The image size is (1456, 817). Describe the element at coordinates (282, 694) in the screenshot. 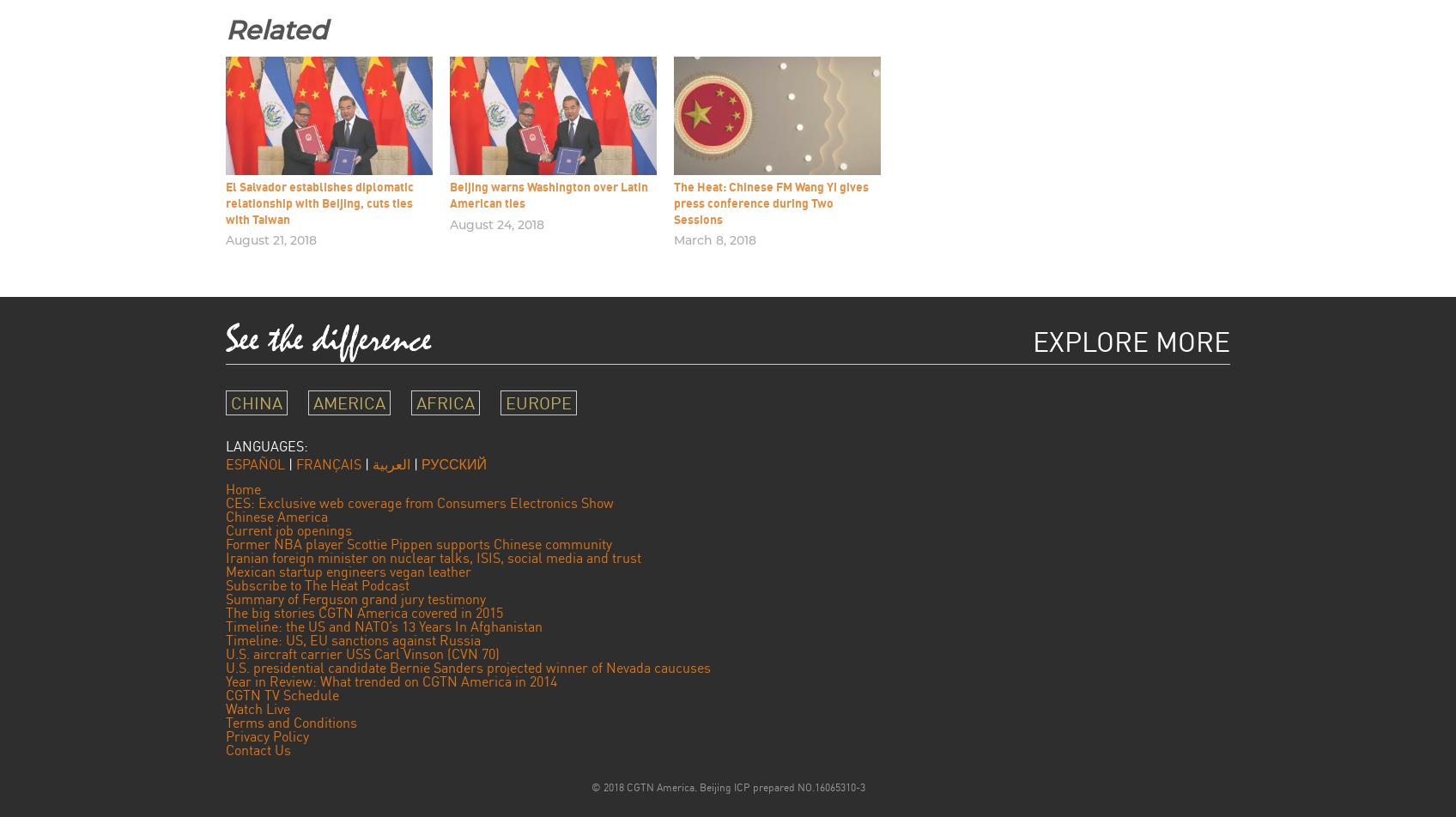

I see `'CGTN TV Schedule'` at that location.